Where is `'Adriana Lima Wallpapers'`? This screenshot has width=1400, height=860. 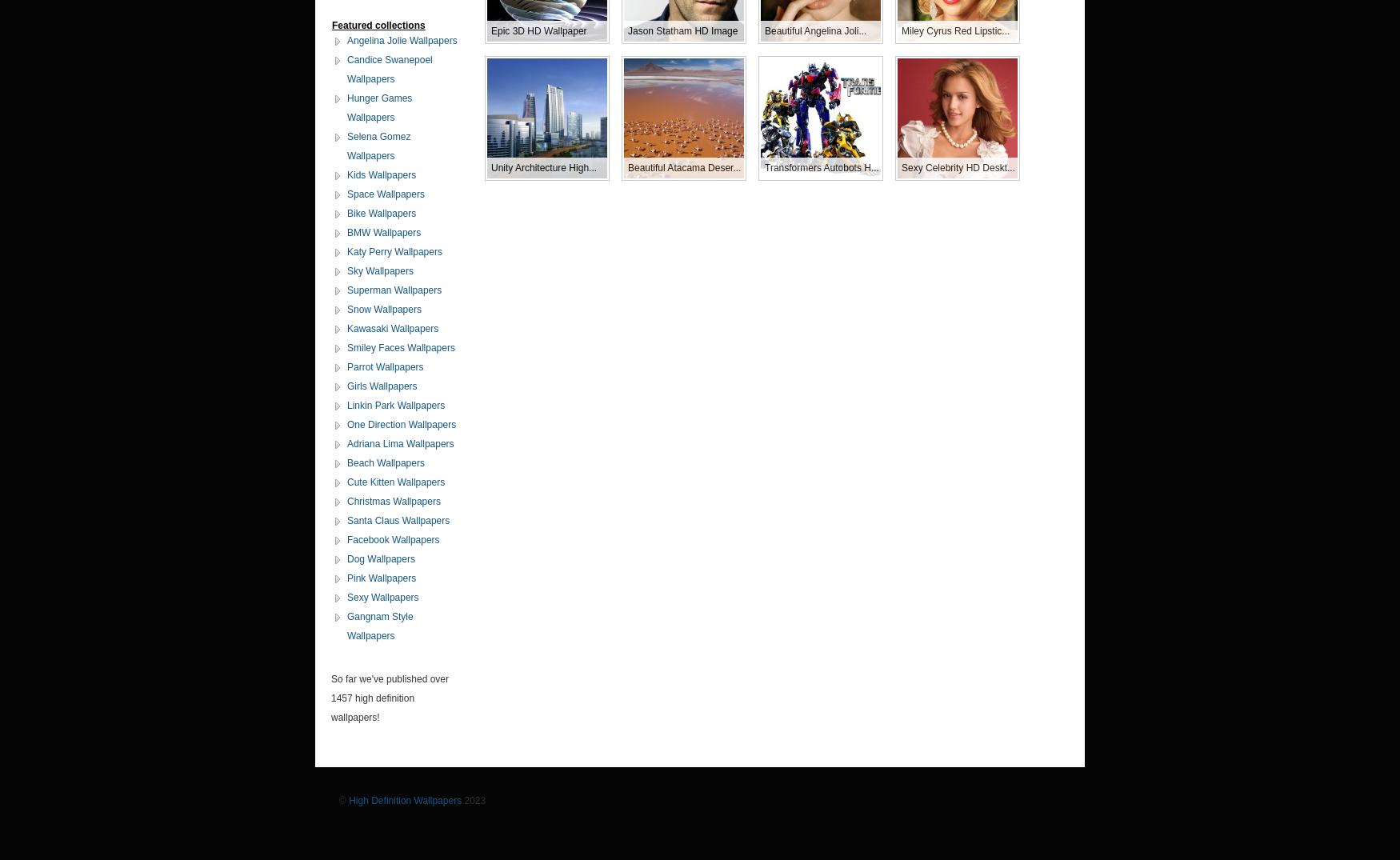 'Adriana Lima Wallpapers' is located at coordinates (346, 444).